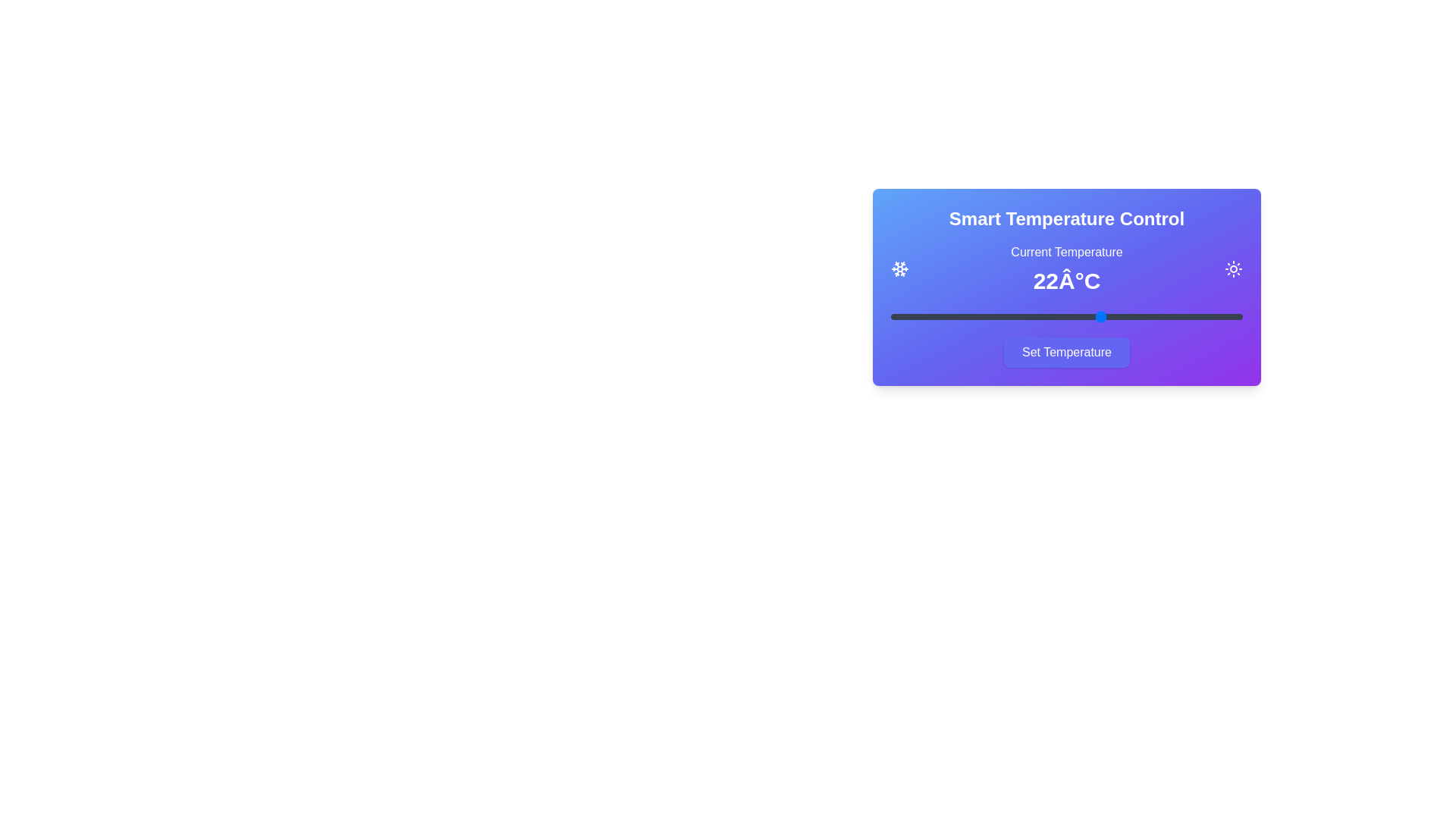  What do you see at coordinates (1065, 315) in the screenshot?
I see `the temperature slider` at bounding box center [1065, 315].